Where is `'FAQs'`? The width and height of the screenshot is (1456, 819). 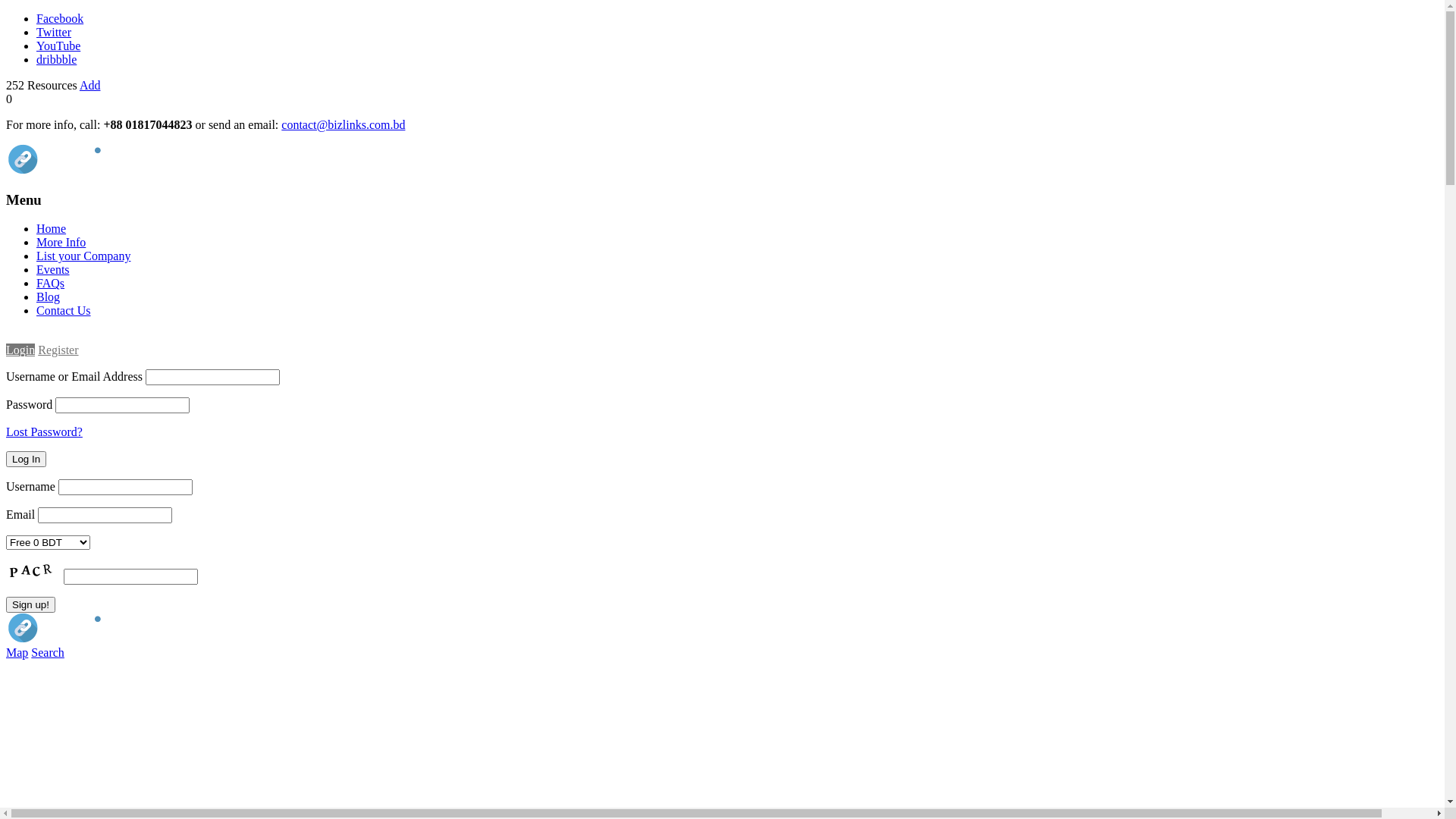 'FAQs' is located at coordinates (36, 283).